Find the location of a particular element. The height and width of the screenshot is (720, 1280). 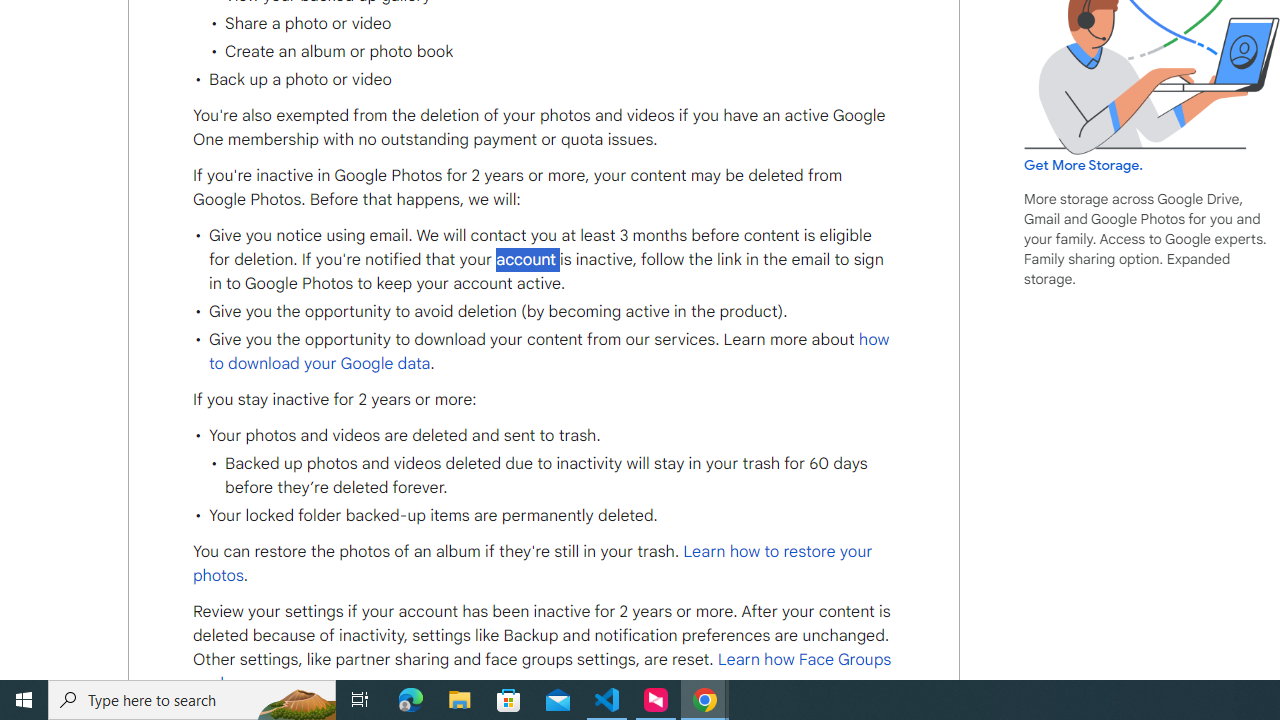

'how to download your Google data' is located at coordinates (549, 350).